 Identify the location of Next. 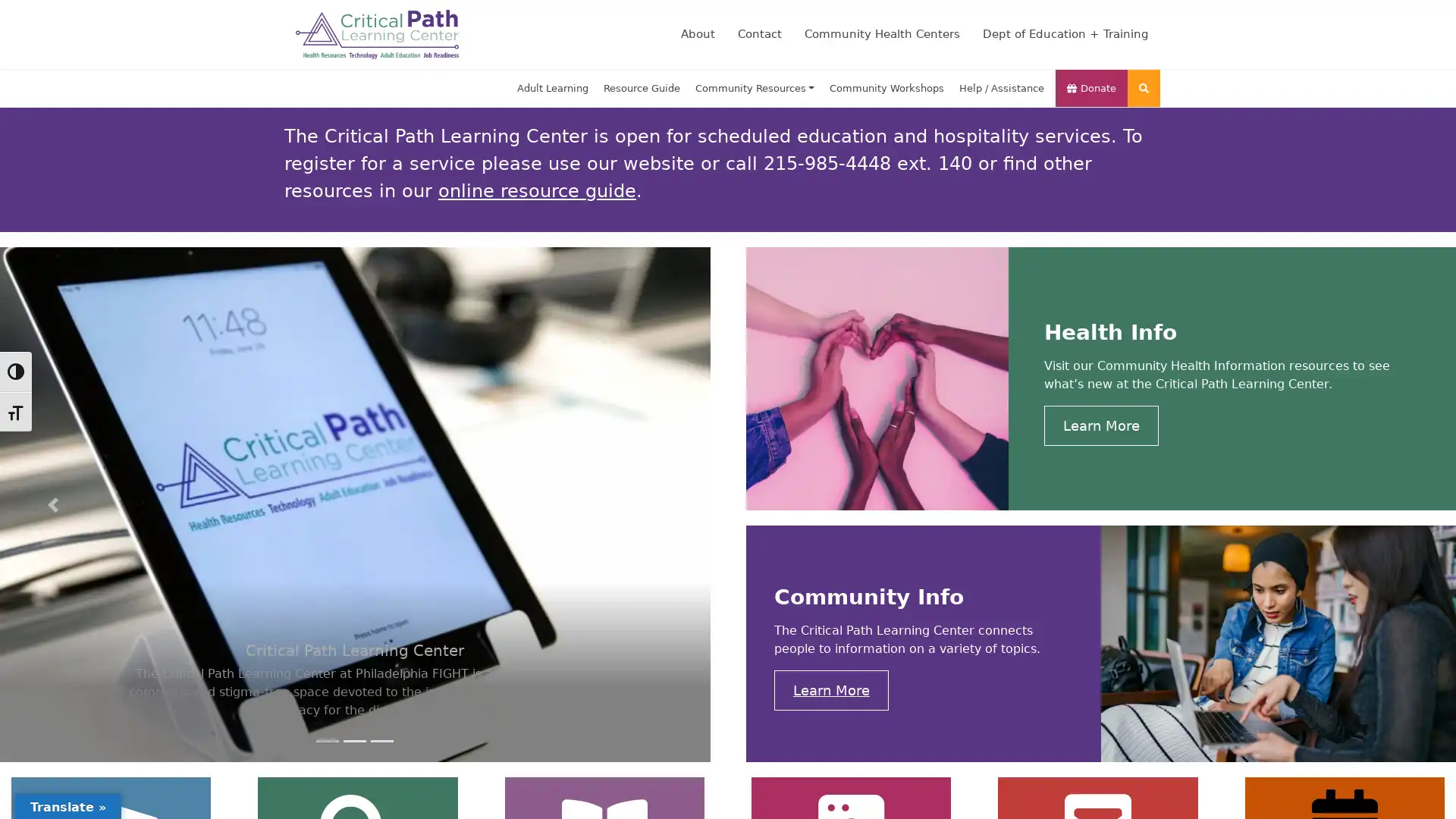
(656, 504).